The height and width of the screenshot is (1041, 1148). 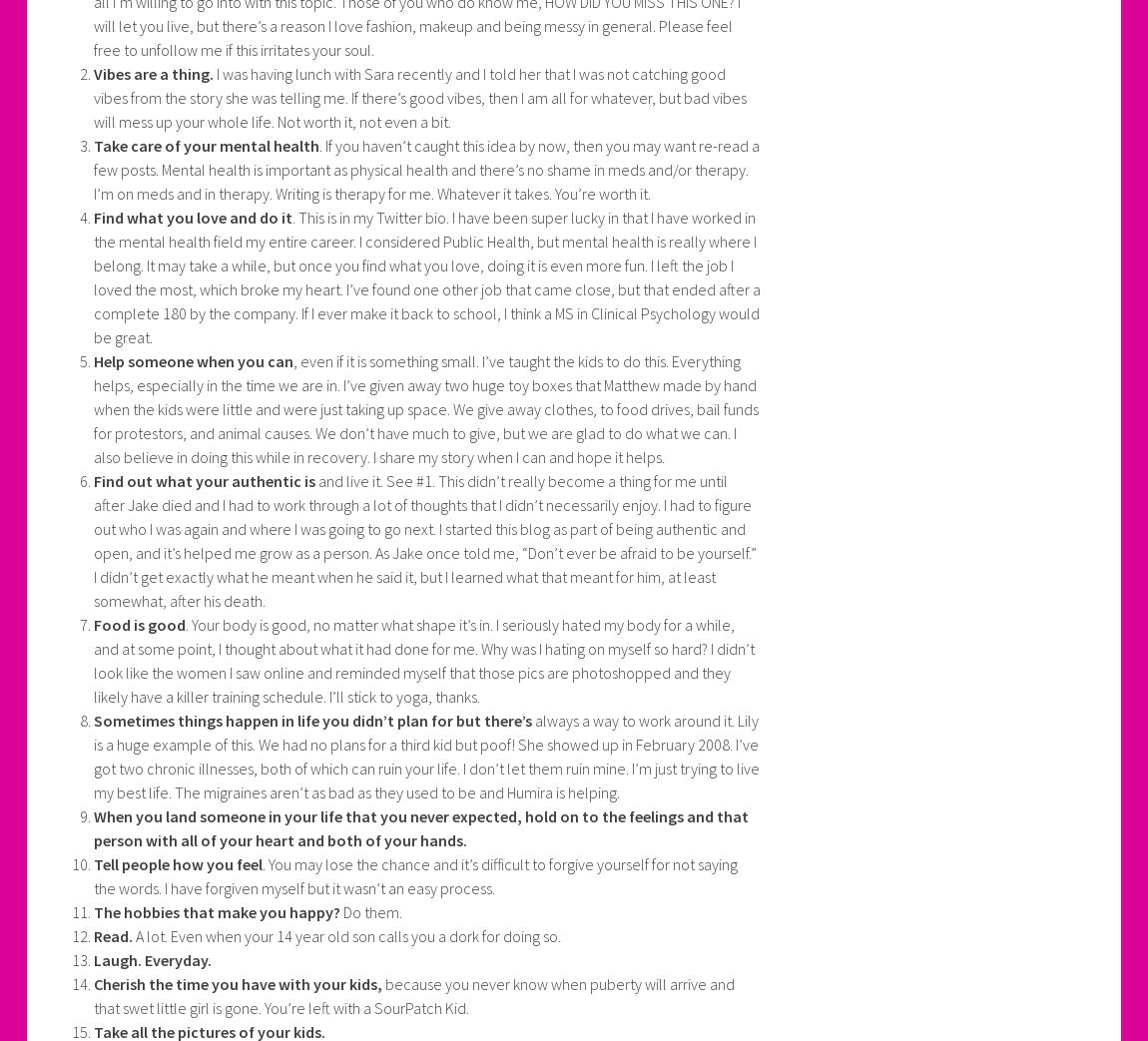 What do you see at coordinates (92, 276) in the screenshot?
I see `'. This is in my Twitter bio. I have been super lucky in that I have worked in the mental health field my entire career. I considered Public Health, but mental health is really where I belong. It may take a while, but once you find what you love, doing it is even more fun. I left the job I loved the most, which broke my heart. I’ve found one other job that came close, but that ended after a complete 180 by the company. If I ever make it back to school, I think a MS in Clinical Psychology would be great.'` at bounding box center [92, 276].